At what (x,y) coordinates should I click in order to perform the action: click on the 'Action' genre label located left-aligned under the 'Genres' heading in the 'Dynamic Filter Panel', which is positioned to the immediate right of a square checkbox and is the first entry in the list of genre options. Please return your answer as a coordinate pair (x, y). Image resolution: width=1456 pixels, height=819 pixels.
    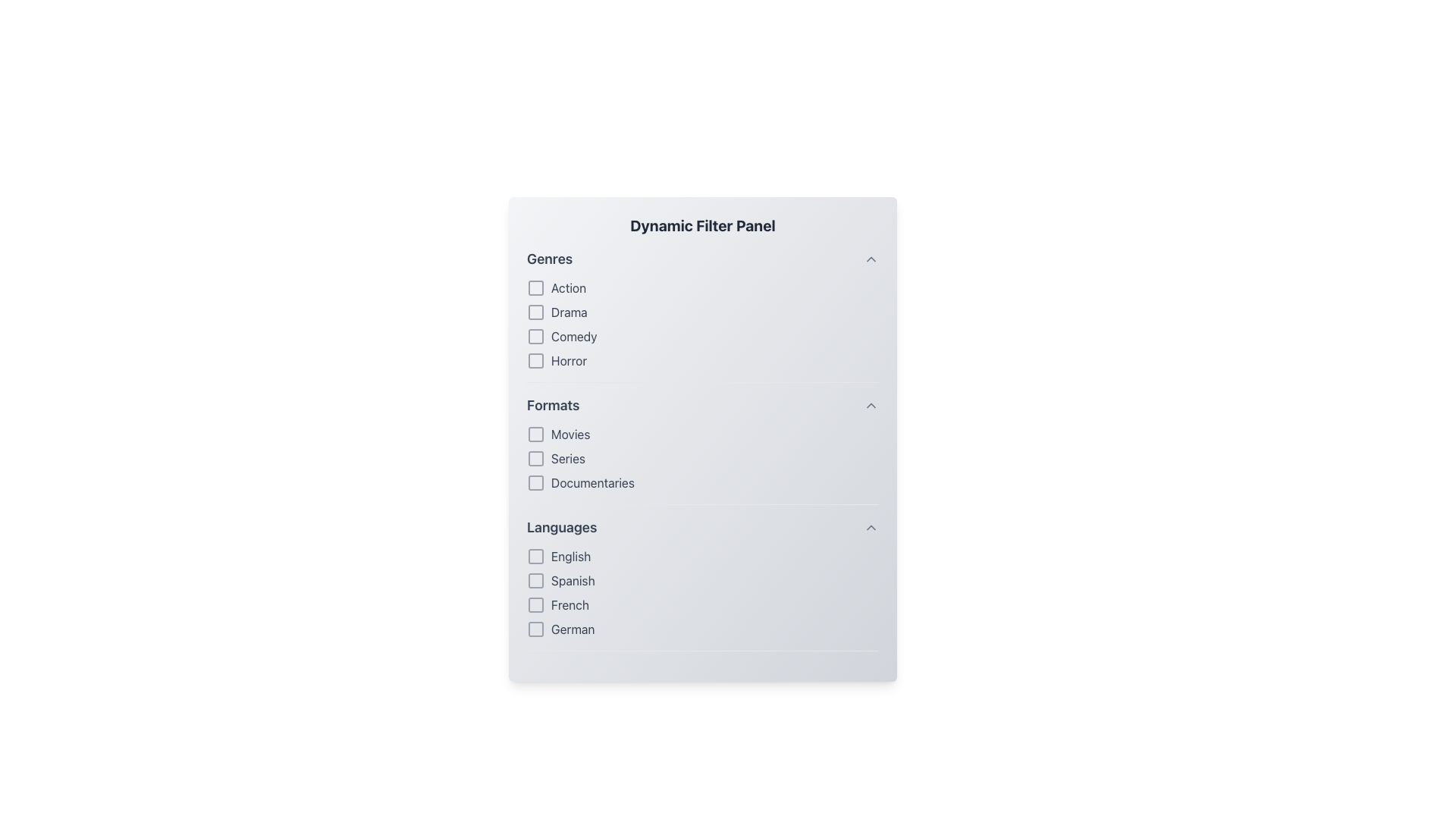
    Looking at the image, I should click on (567, 288).